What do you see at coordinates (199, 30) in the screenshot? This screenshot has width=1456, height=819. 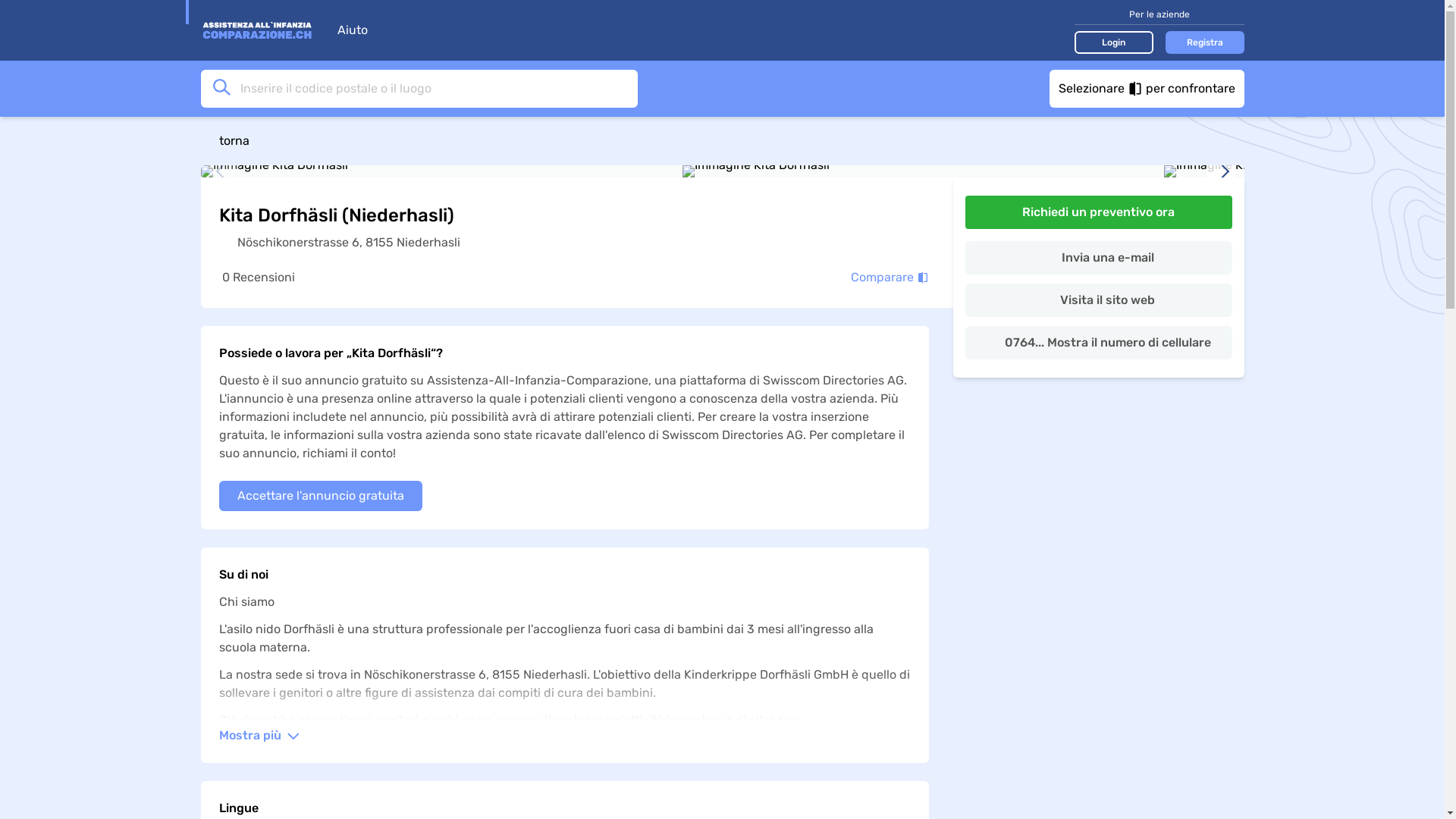 I see `'Vai alla home page'` at bounding box center [199, 30].